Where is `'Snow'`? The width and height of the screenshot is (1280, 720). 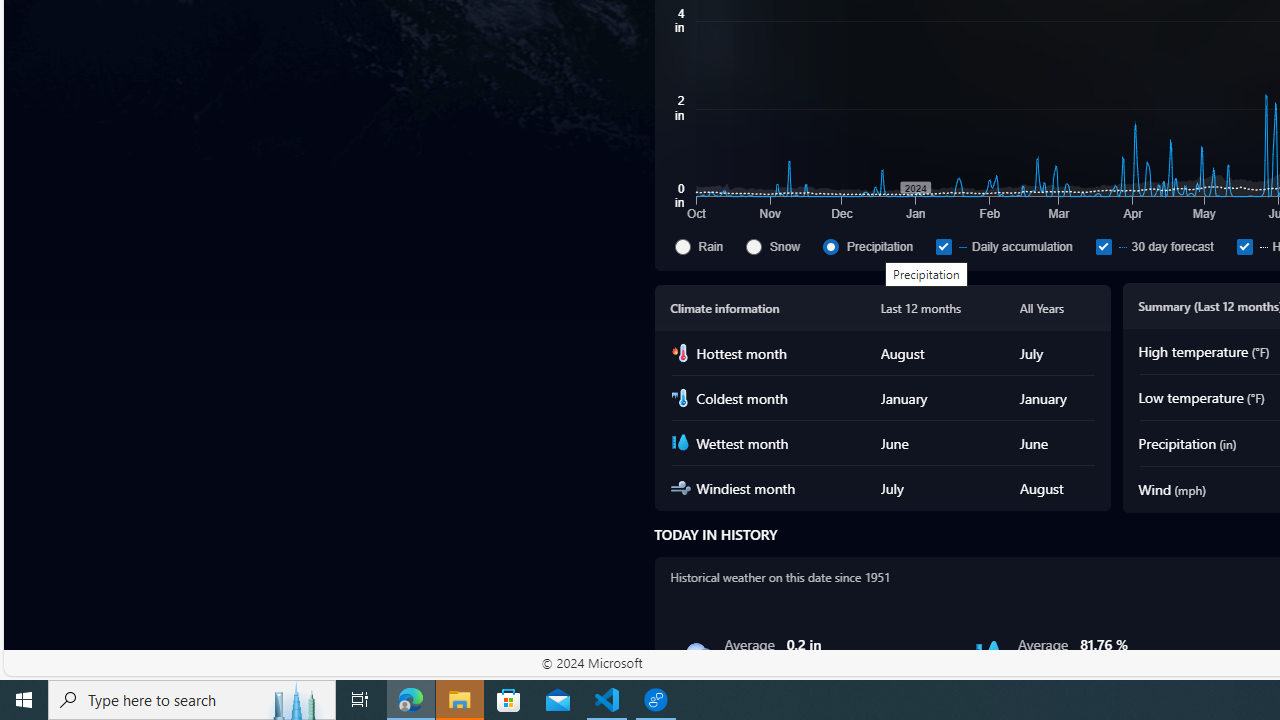 'Snow' is located at coordinates (753, 245).